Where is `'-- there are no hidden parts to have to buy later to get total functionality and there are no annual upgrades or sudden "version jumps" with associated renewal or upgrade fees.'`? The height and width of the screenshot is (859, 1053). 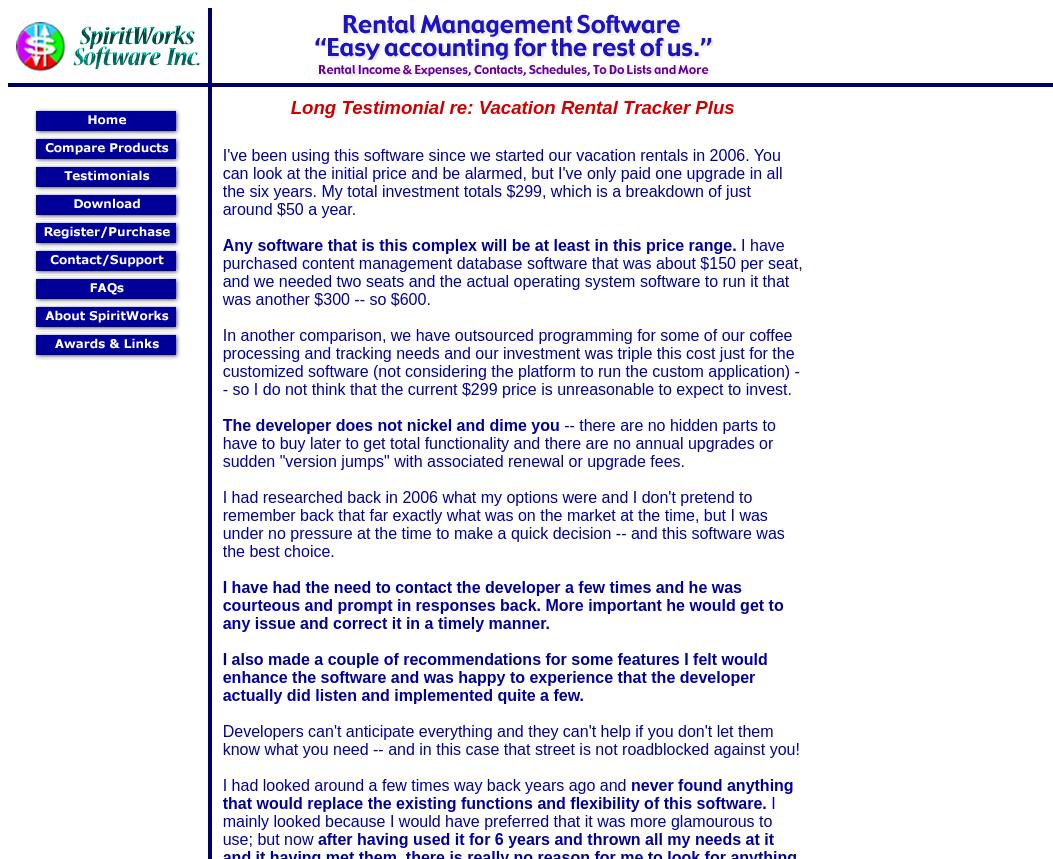
'-- there are no hidden parts to have to buy later to get total functionality and there are no annual upgrades or sudden "version jumps" with associated renewal or upgrade fees.' is located at coordinates (221, 441).